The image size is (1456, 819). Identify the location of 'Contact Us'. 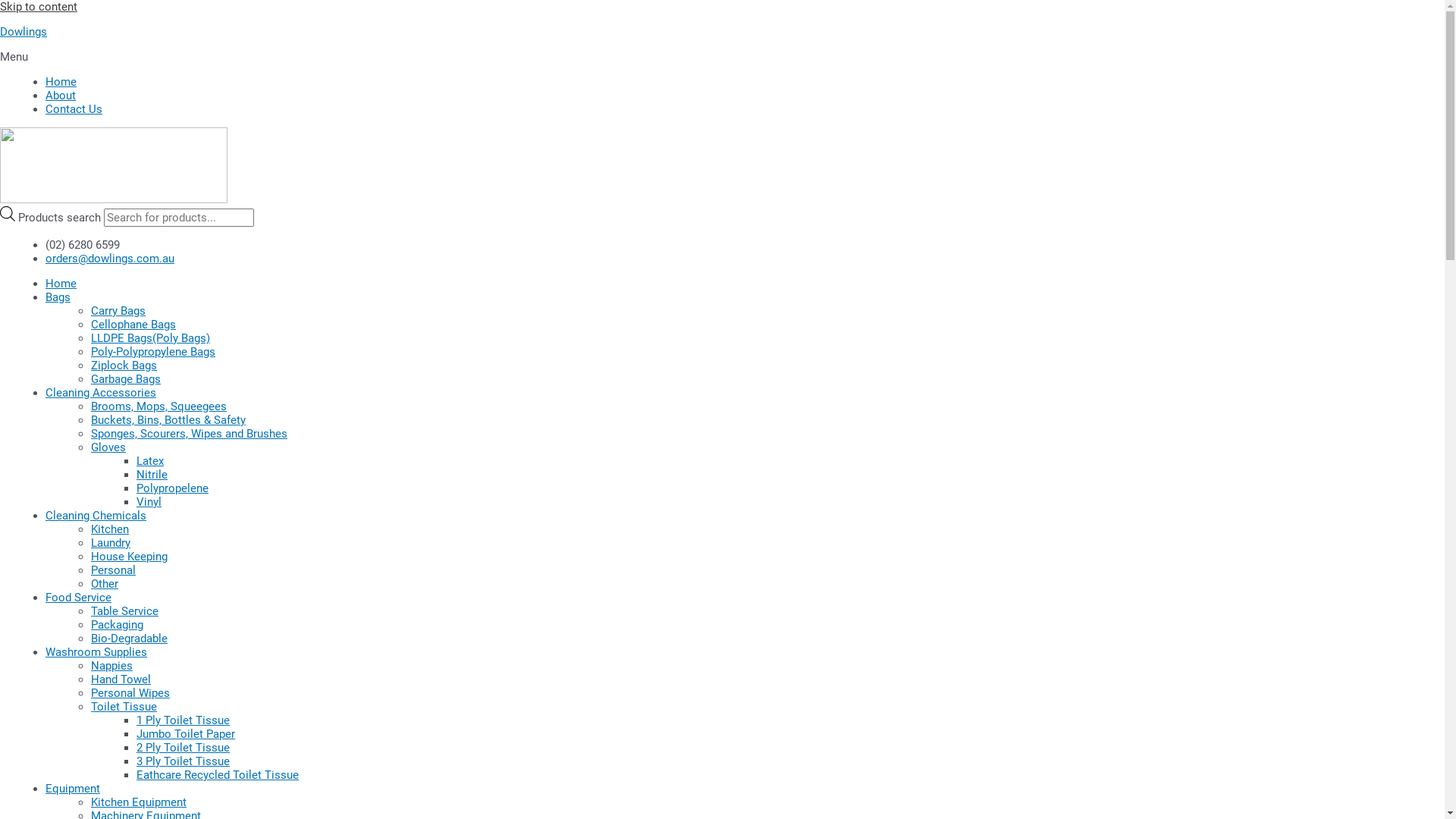
(45, 108).